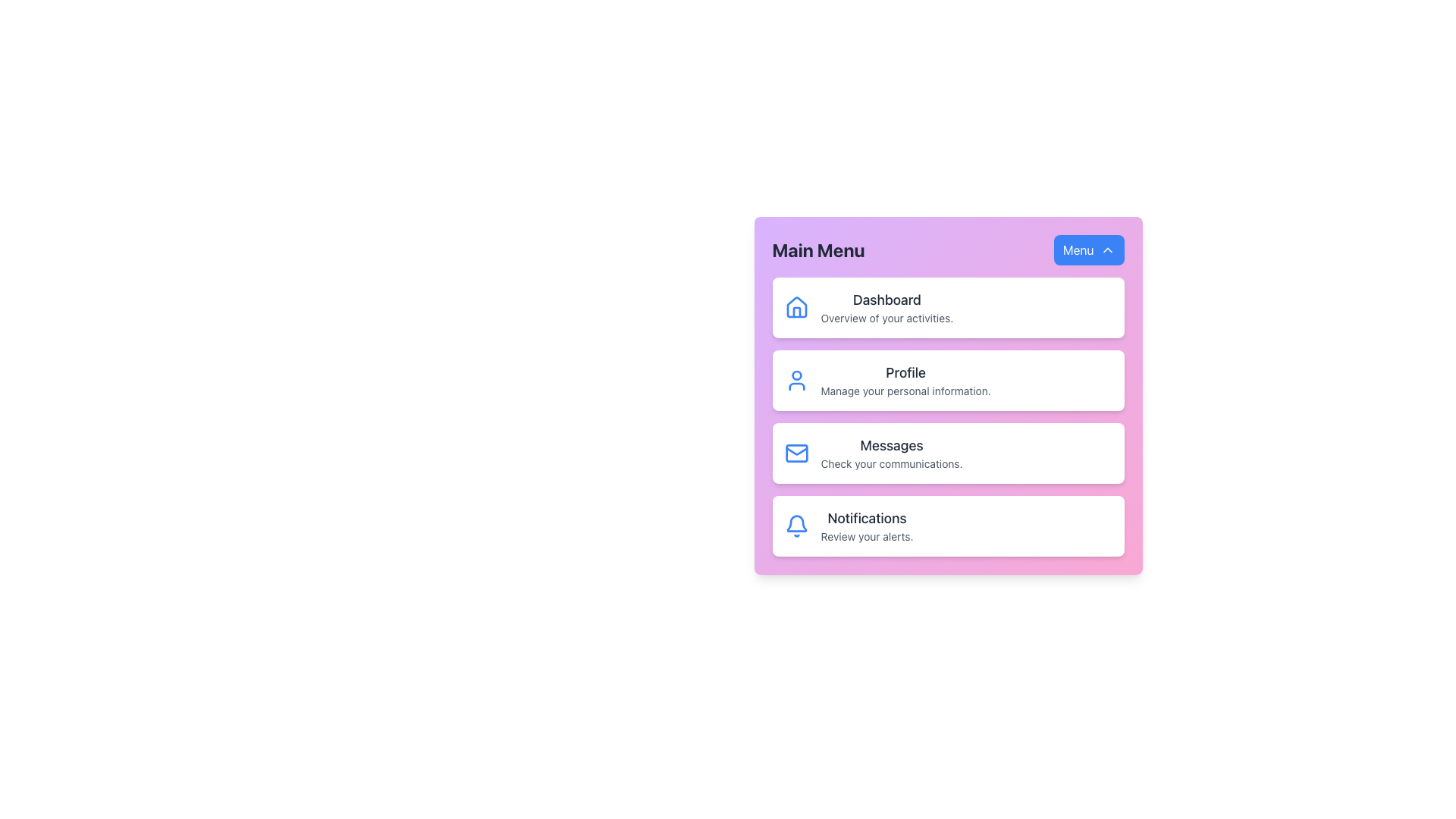  What do you see at coordinates (947, 379) in the screenshot?
I see `the 'Profile' menu item card, which is the second card in the vertically-stacked menu, featuring a user icon on the left and the title 'Profile' in bold` at bounding box center [947, 379].